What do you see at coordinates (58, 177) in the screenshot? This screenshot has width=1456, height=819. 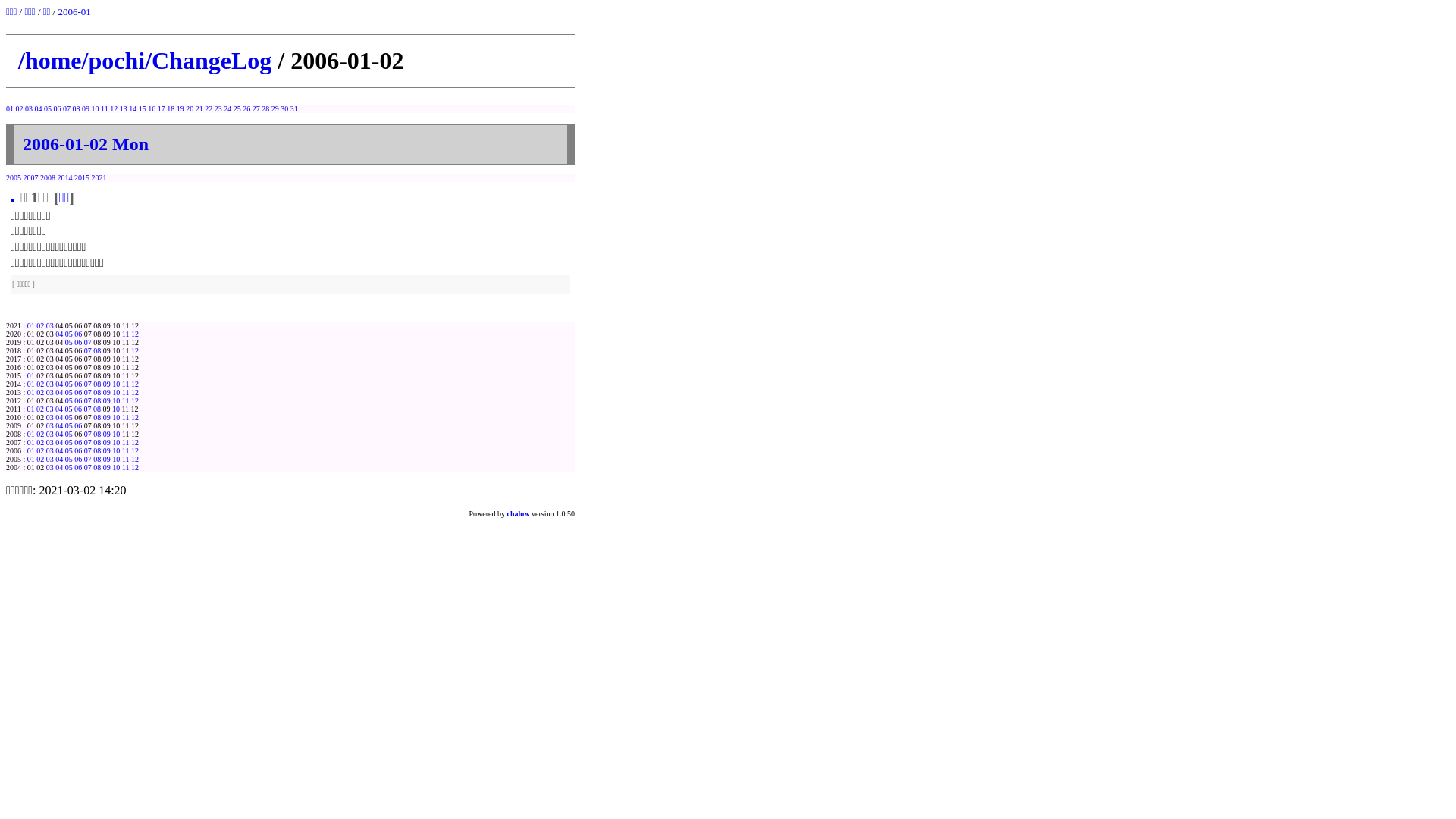 I see `'2014'` at bounding box center [58, 177].